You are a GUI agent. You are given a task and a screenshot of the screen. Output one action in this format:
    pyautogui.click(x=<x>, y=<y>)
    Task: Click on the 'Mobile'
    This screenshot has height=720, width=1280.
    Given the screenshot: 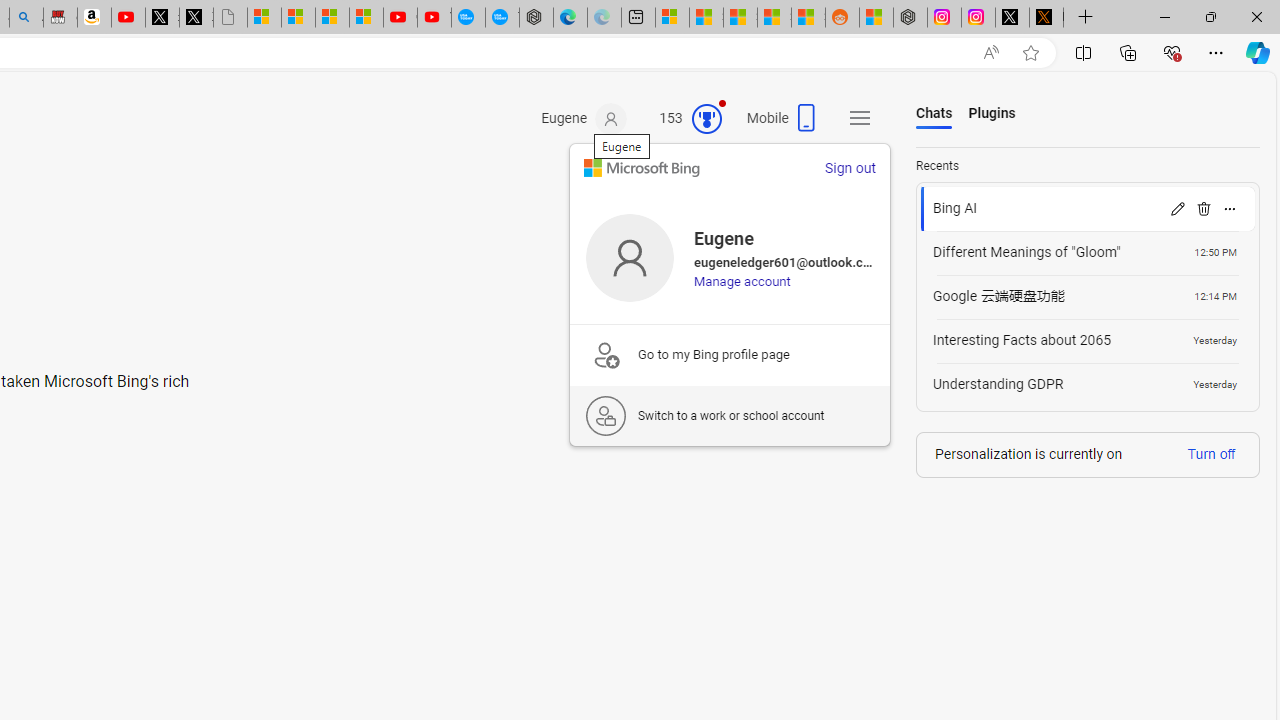 What is the action you would take?
    pyautogui.click(x=783, y=124)
    